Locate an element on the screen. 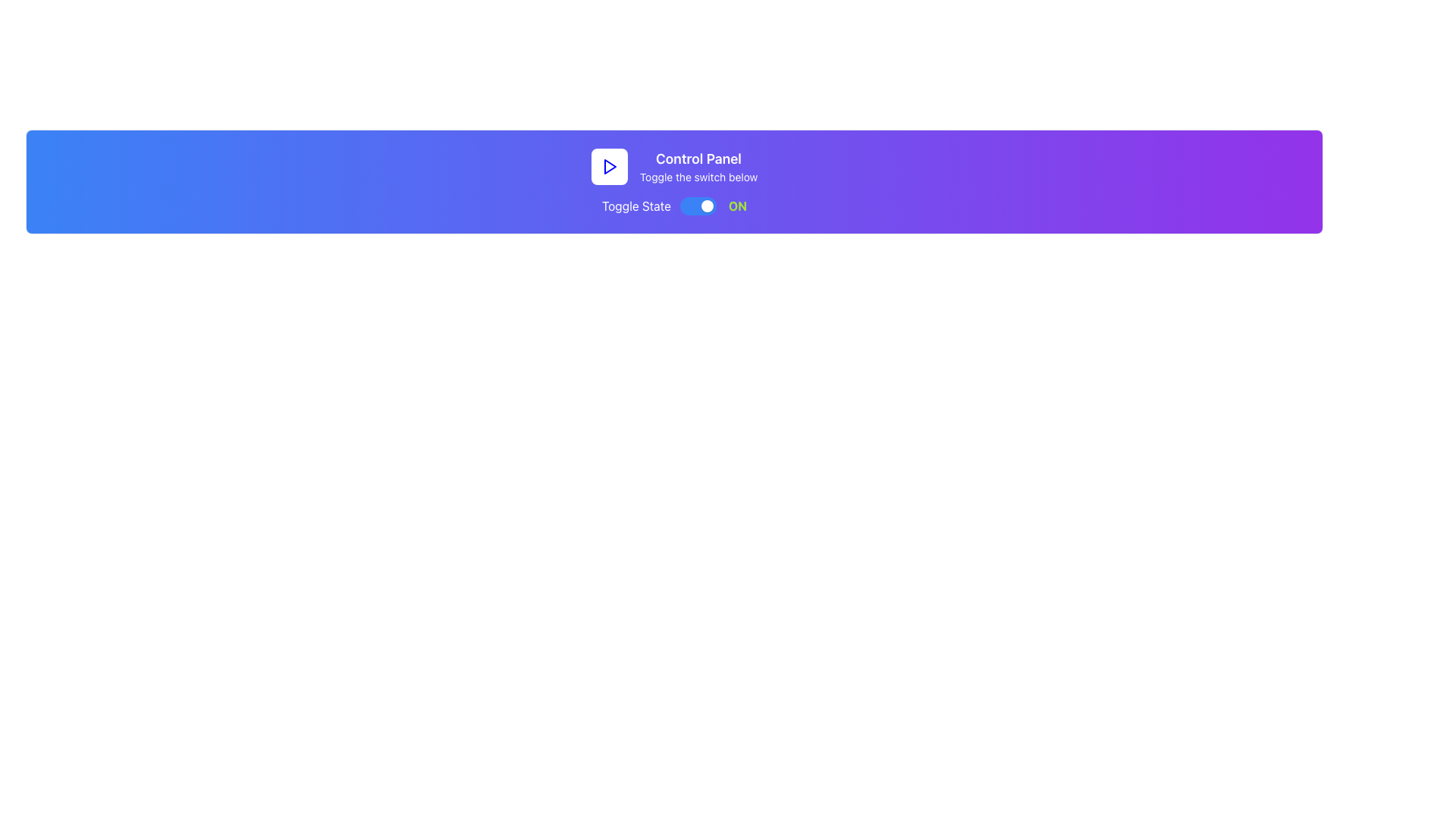 Image resolution: width=1456 pixels, height=819 pixels. instruction from the text label displaying 'Toggle the switch below', which is styled in white color and positioned under the 'Control Panel' title is located at coordinates (698, 177).